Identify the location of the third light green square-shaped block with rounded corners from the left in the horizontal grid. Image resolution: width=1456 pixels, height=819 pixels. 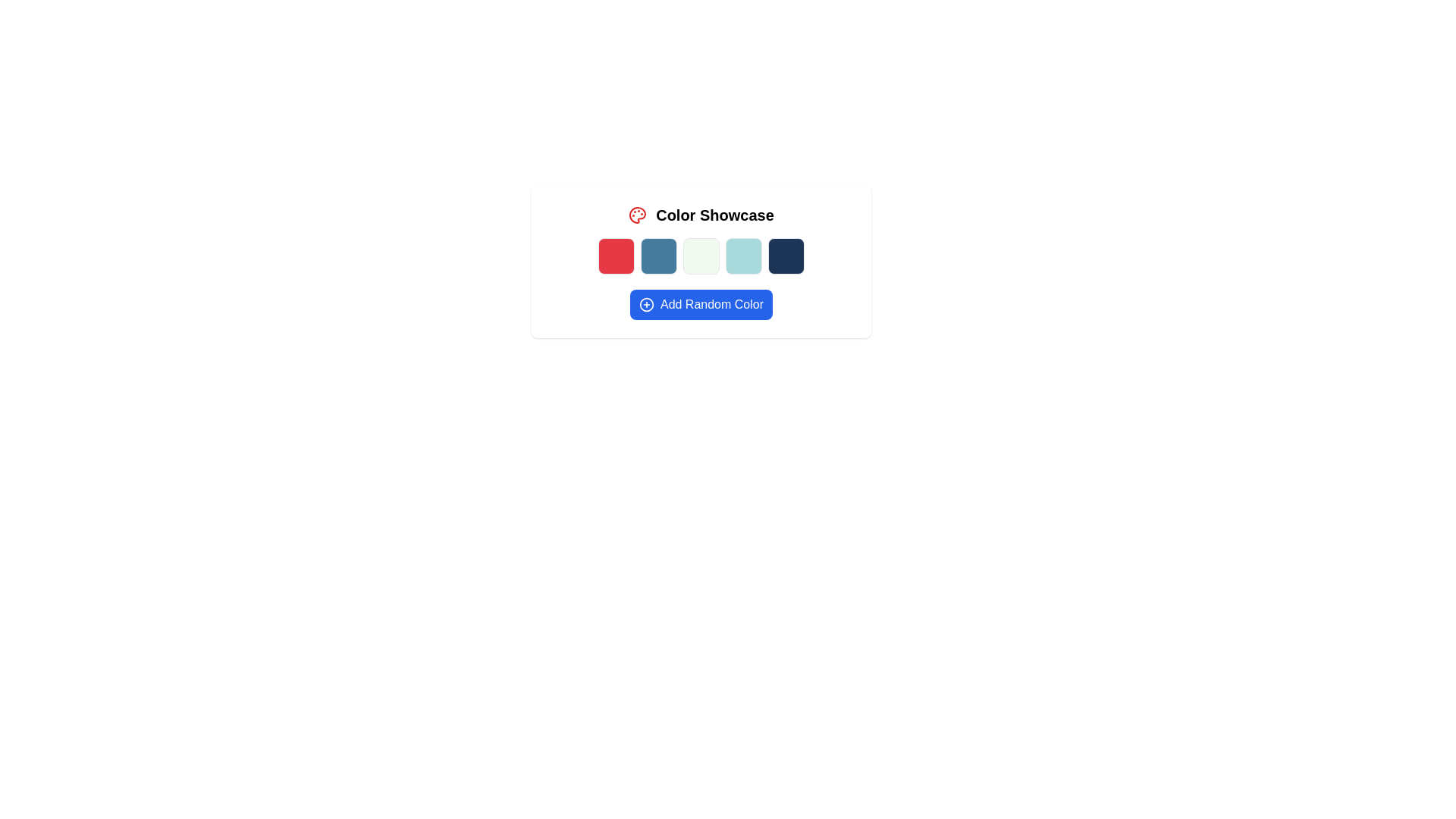
(701, 256).